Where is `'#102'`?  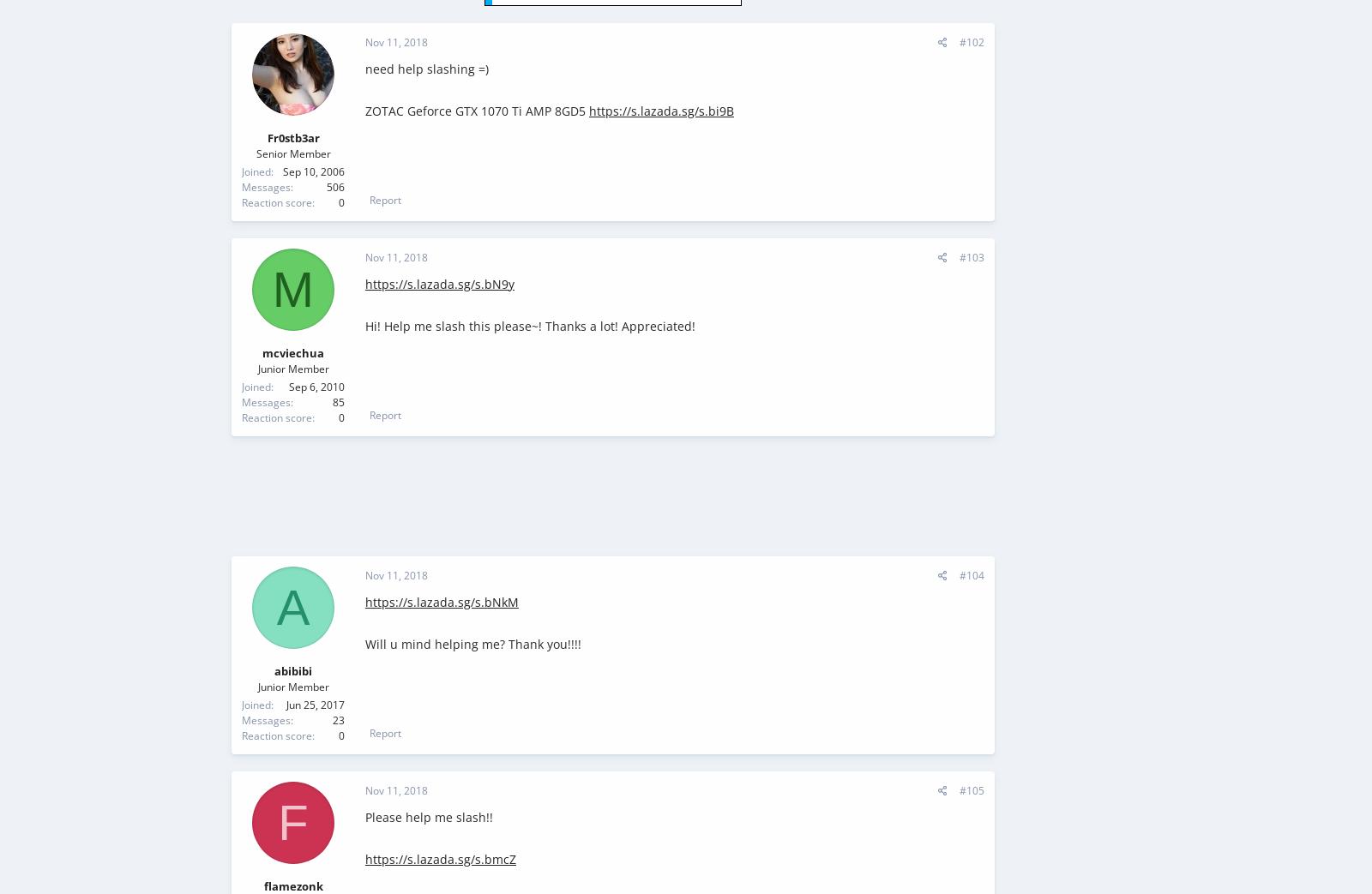
'#102' is located at coordinates (972, 41).